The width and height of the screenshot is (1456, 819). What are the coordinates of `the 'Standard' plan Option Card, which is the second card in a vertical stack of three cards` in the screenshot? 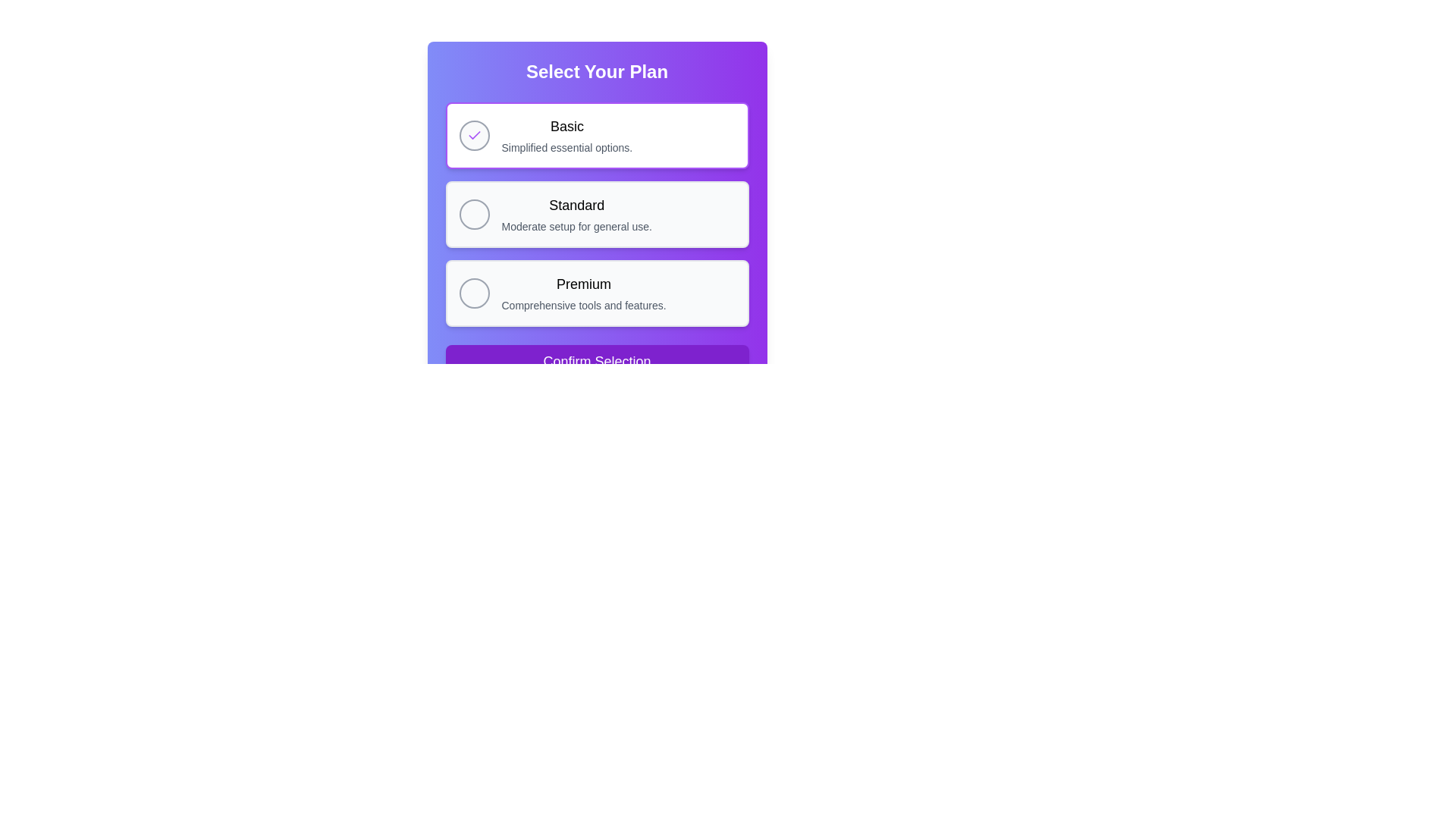 It's located at (596, 214).